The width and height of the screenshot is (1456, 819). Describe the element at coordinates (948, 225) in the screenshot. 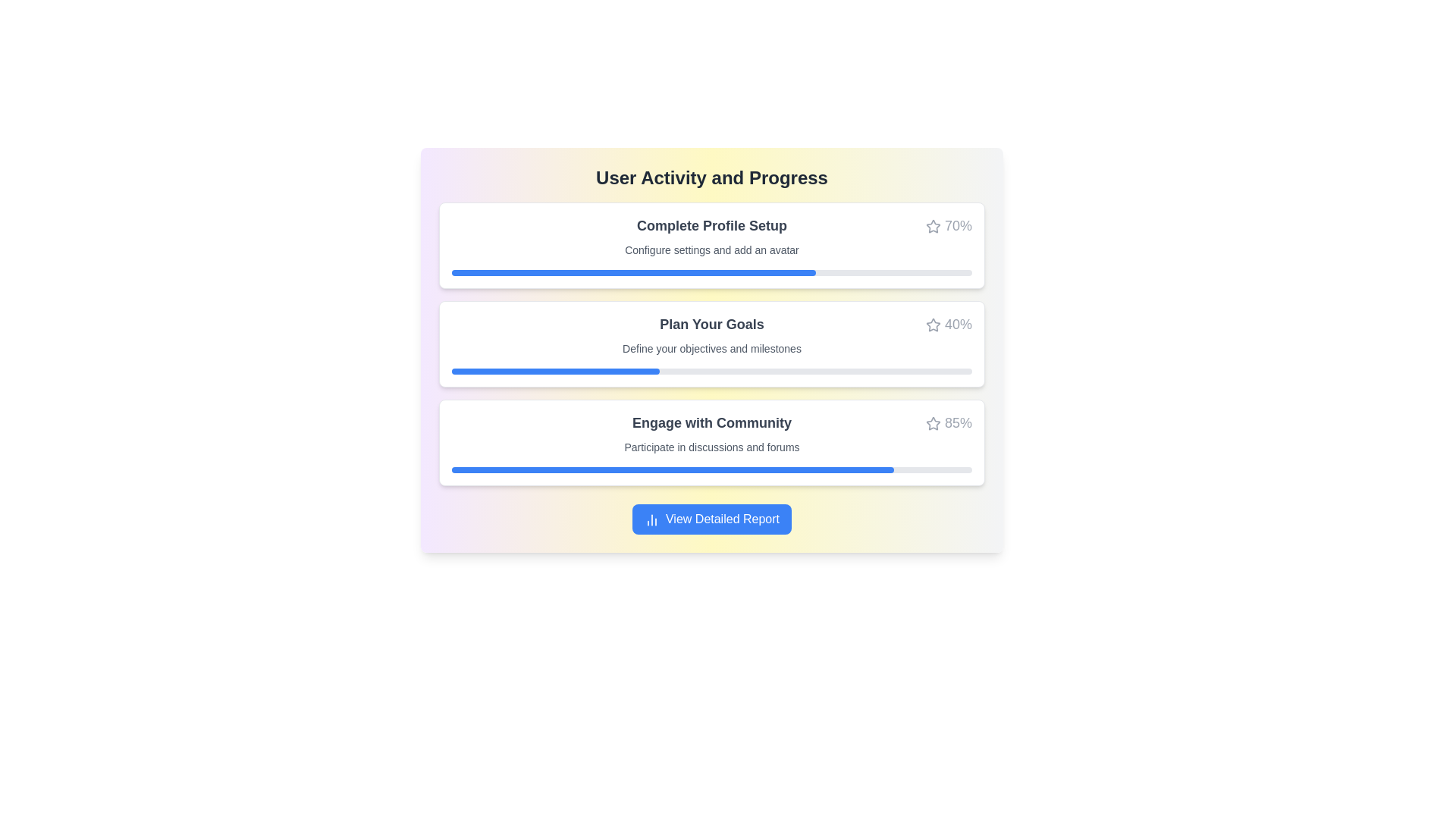

I see `the text label indicating the completion percentage of the 'Complete Profile Setup' task, located in the top-right corner of the card near the star icon` at that location.